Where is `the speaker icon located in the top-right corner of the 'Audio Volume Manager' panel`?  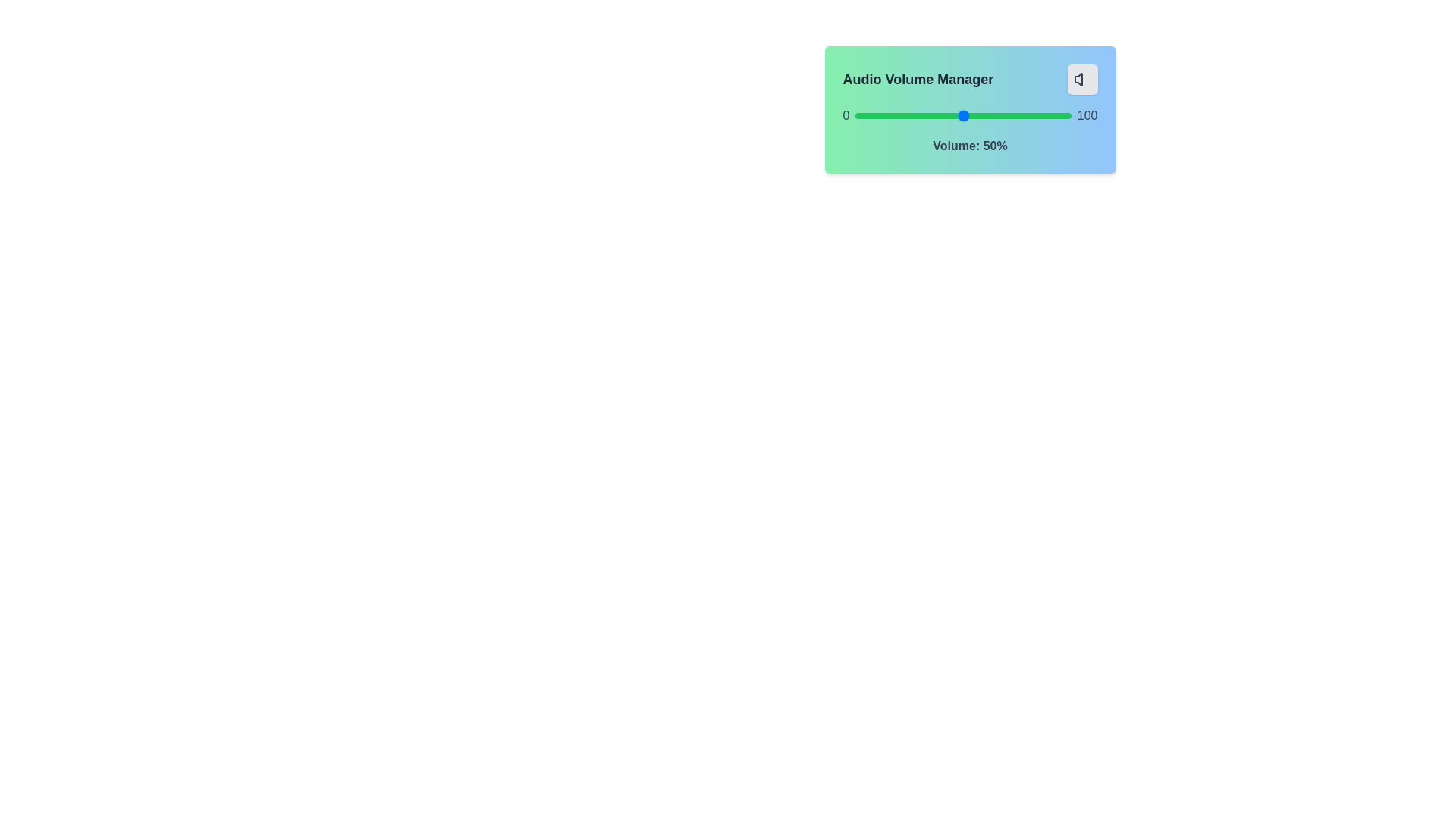 the speaker icon located in the top-right corner of the 'Audio Volume Manager' panel is located at coordinates (1081, 79).